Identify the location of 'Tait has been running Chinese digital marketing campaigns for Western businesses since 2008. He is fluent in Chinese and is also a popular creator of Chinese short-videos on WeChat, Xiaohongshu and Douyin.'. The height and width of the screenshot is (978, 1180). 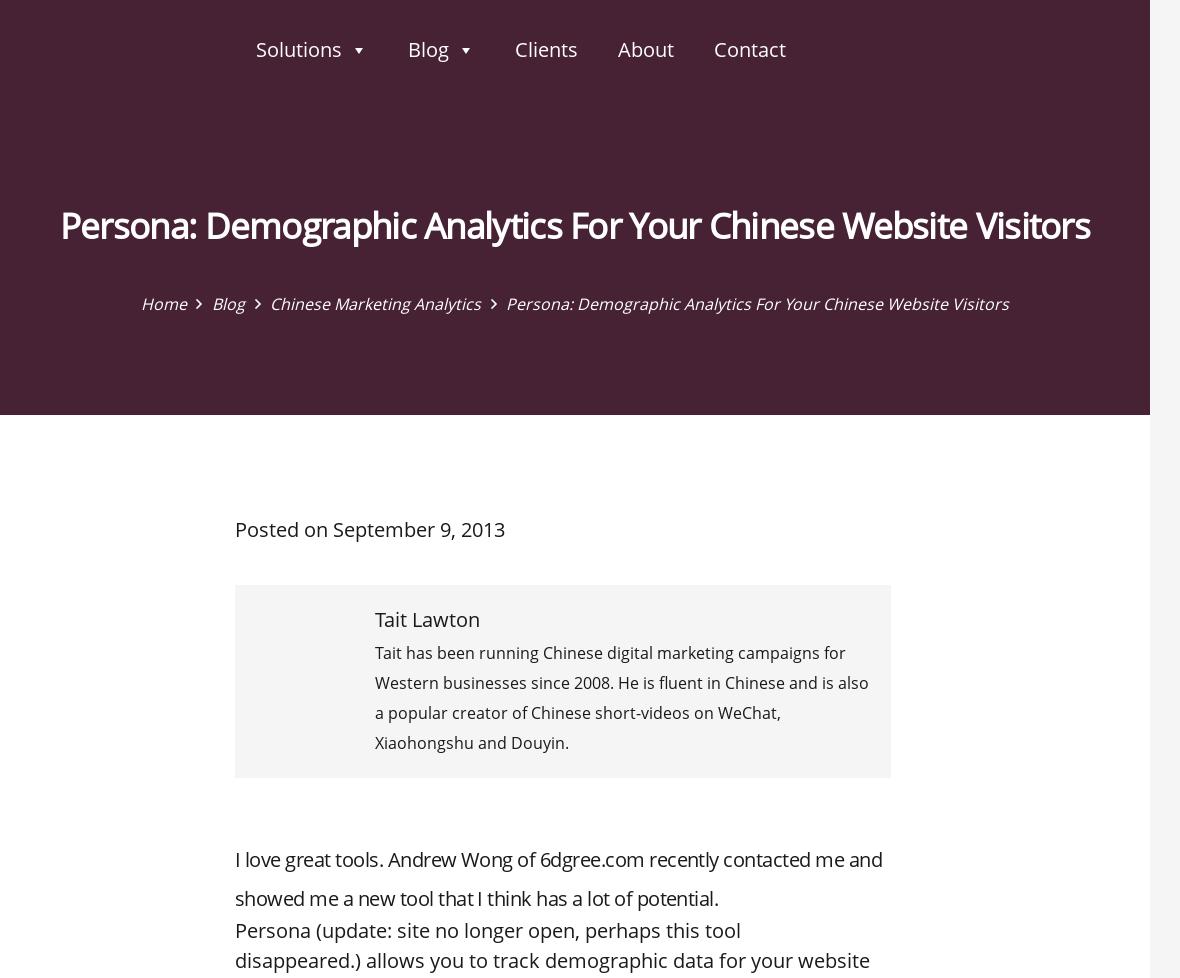
(620, 697).